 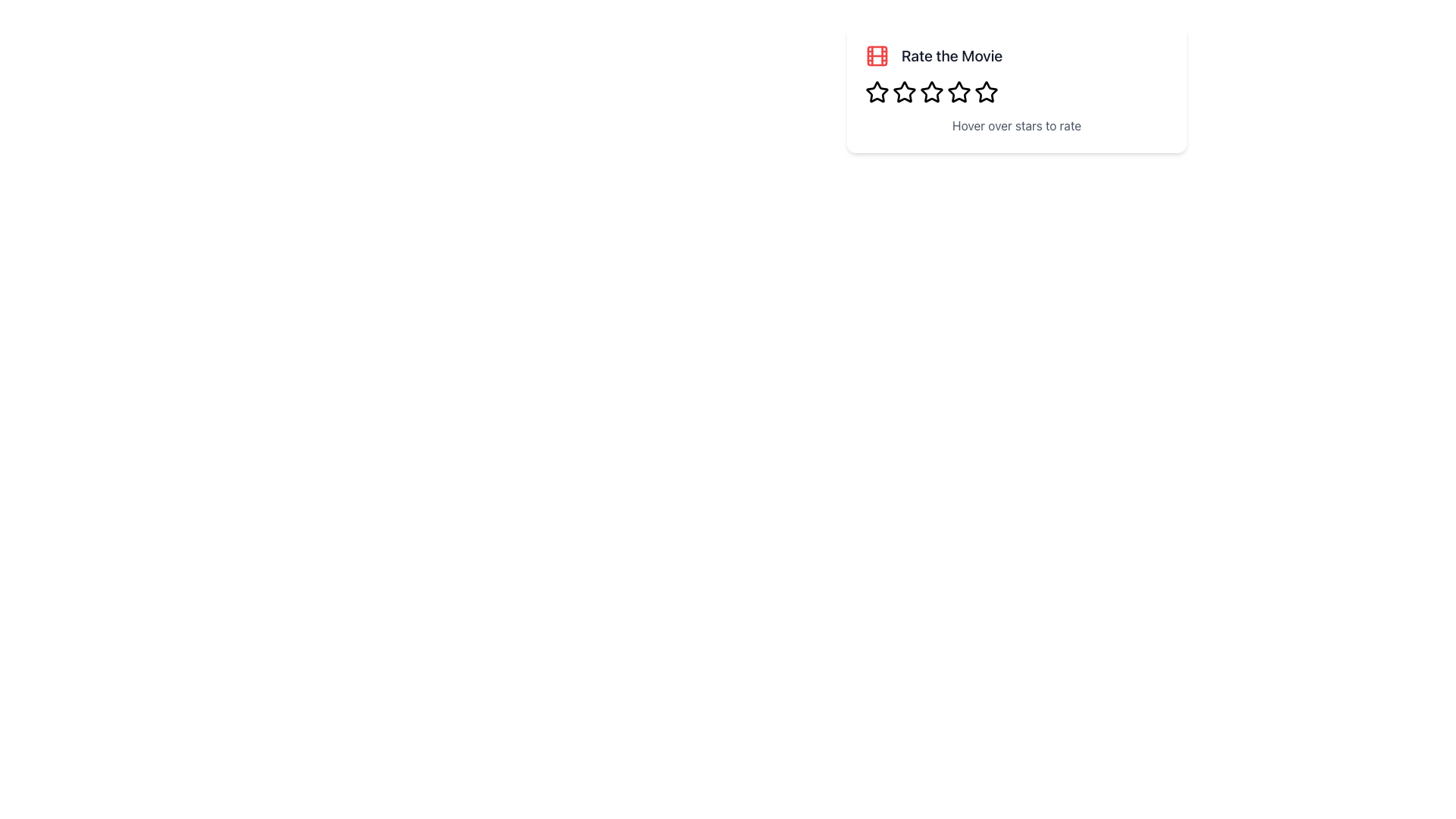 What do you see at coordinates (951, 55) in the screenshot?
I see `the static text label that prompts the user to rate a movie, located to the right of a film reel icon` at bounding box center [951, 55].